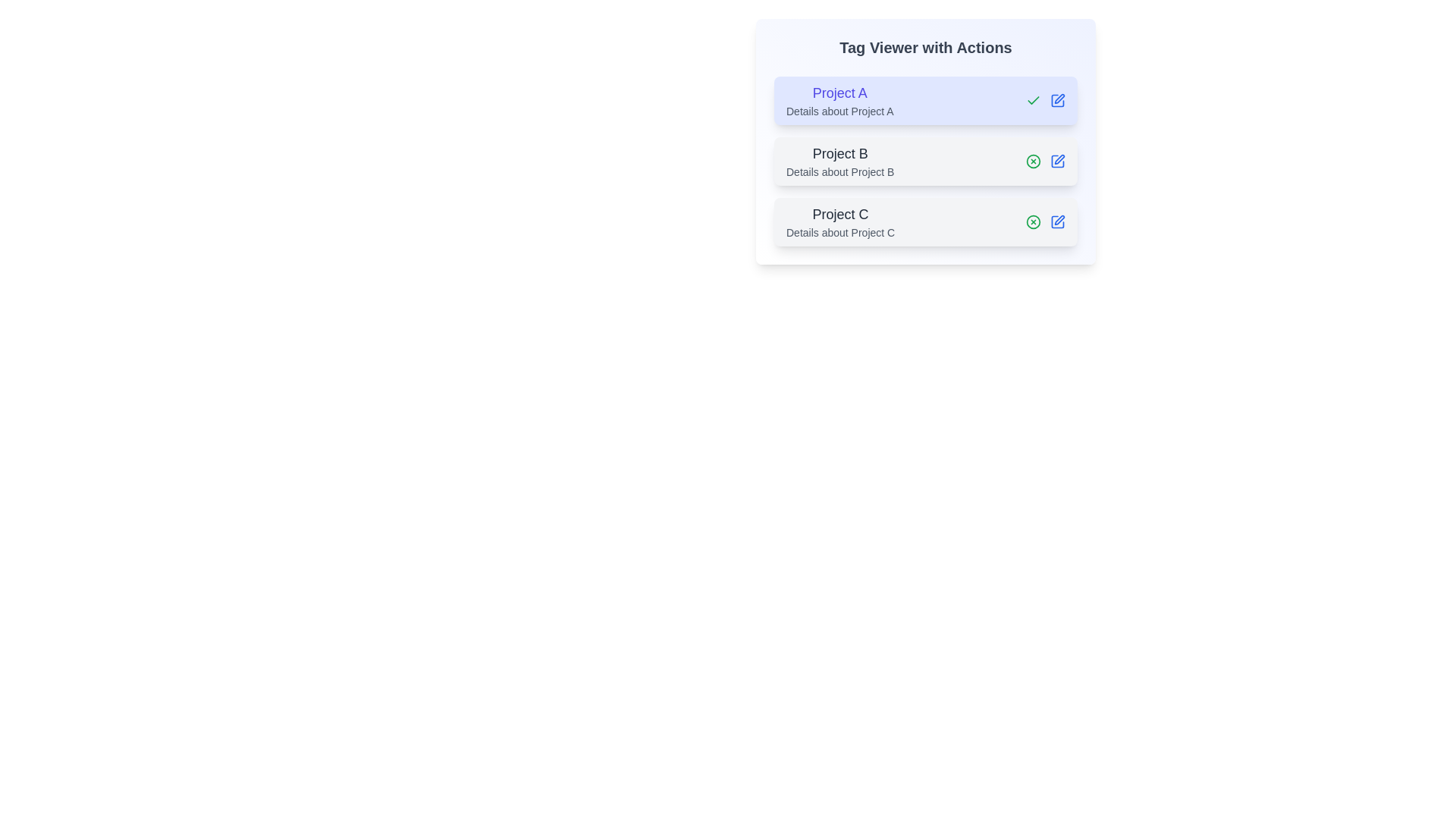 Image resolution: width=1456 pixels, height=819 pixels. I want to click on the tag identified by Project B, so click(1033, 161).